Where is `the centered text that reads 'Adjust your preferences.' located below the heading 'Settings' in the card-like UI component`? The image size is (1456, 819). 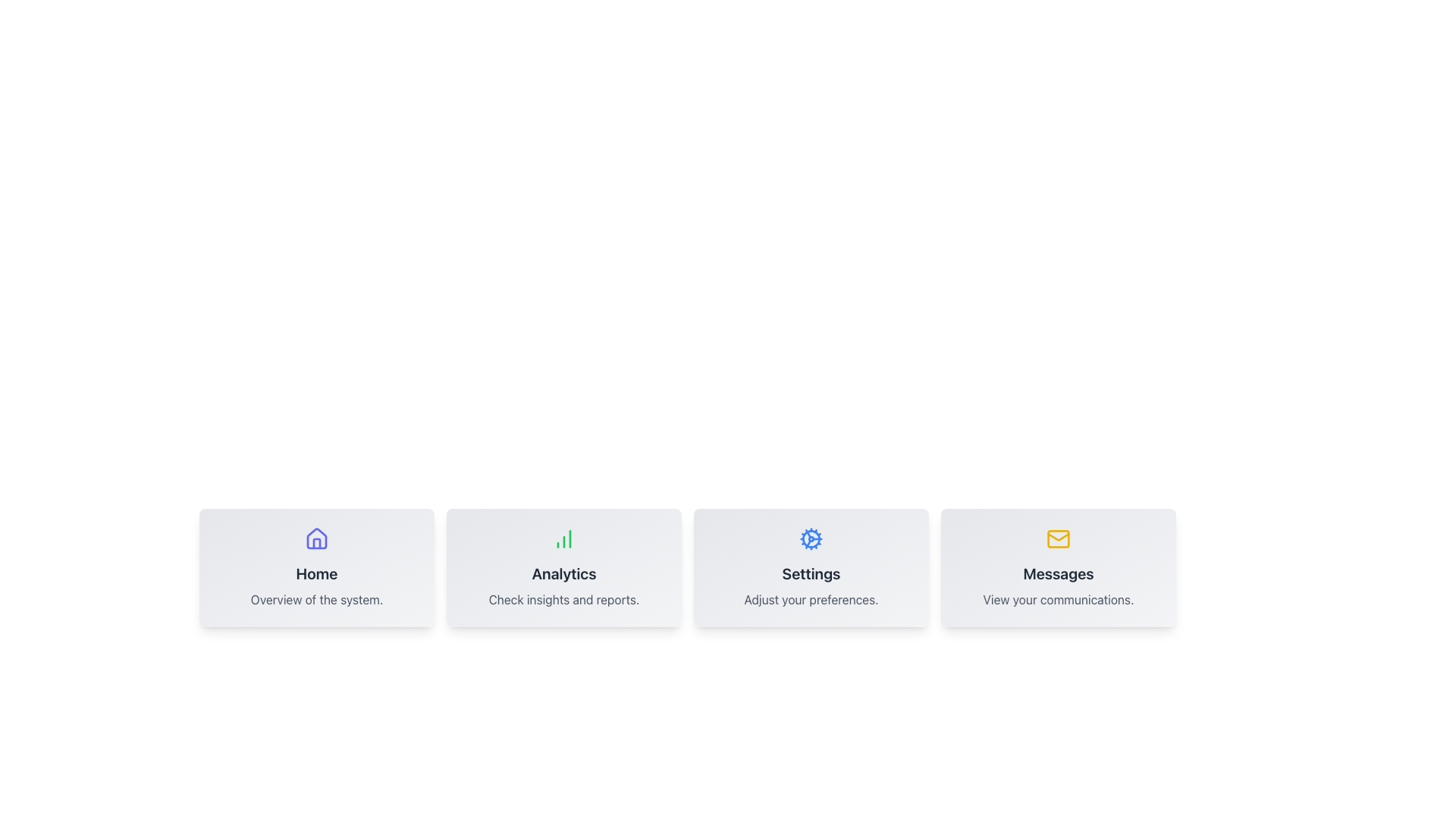 the centered text that reads 'Adjust your preferences.' located below the heading 'Settings' in the card-like UI component is located at coordinates (811, 598).